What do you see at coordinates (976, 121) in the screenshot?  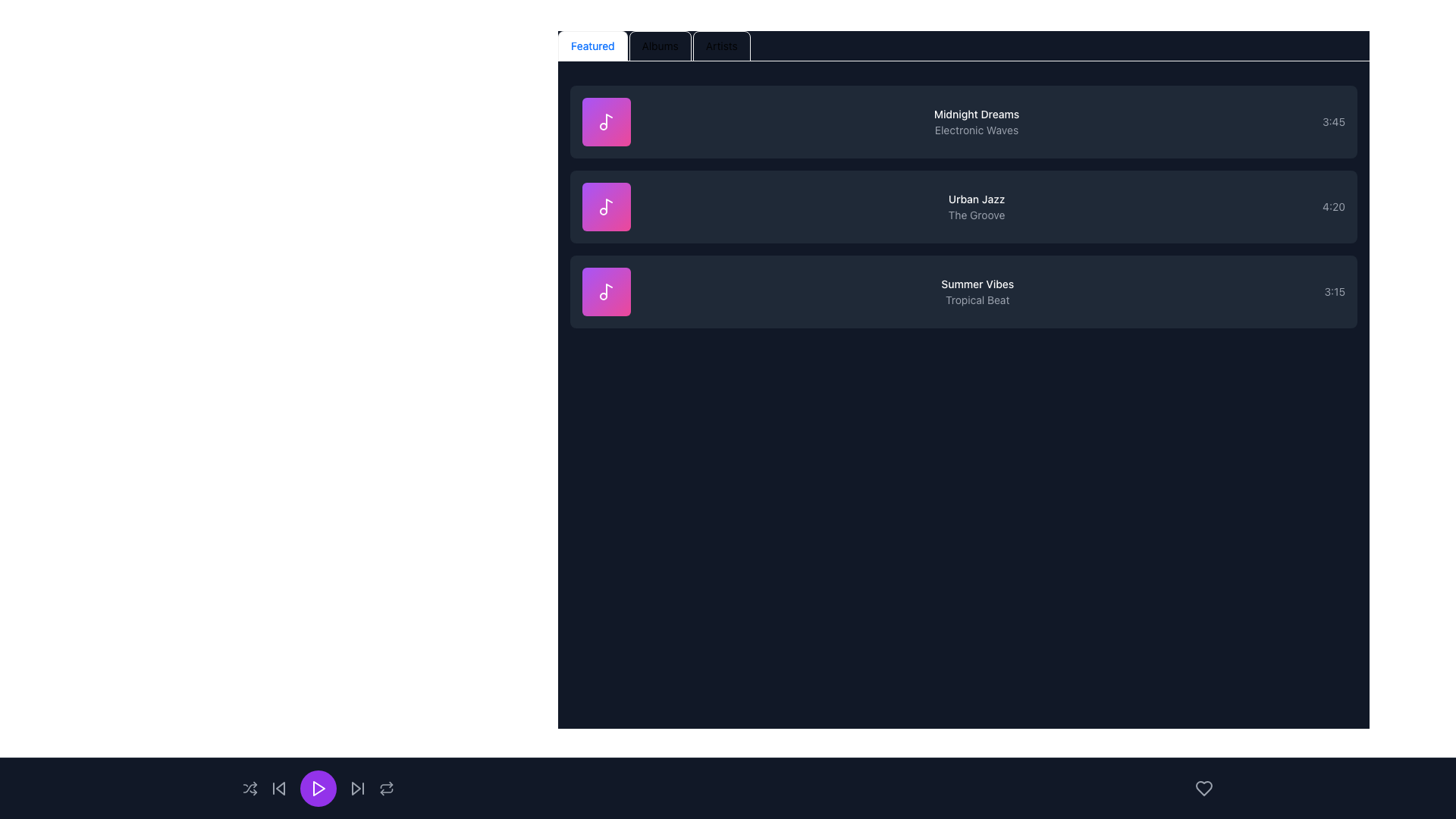 I see `the text display element that shows the title and subtitle of the media item` at bounding box center [976, 121].